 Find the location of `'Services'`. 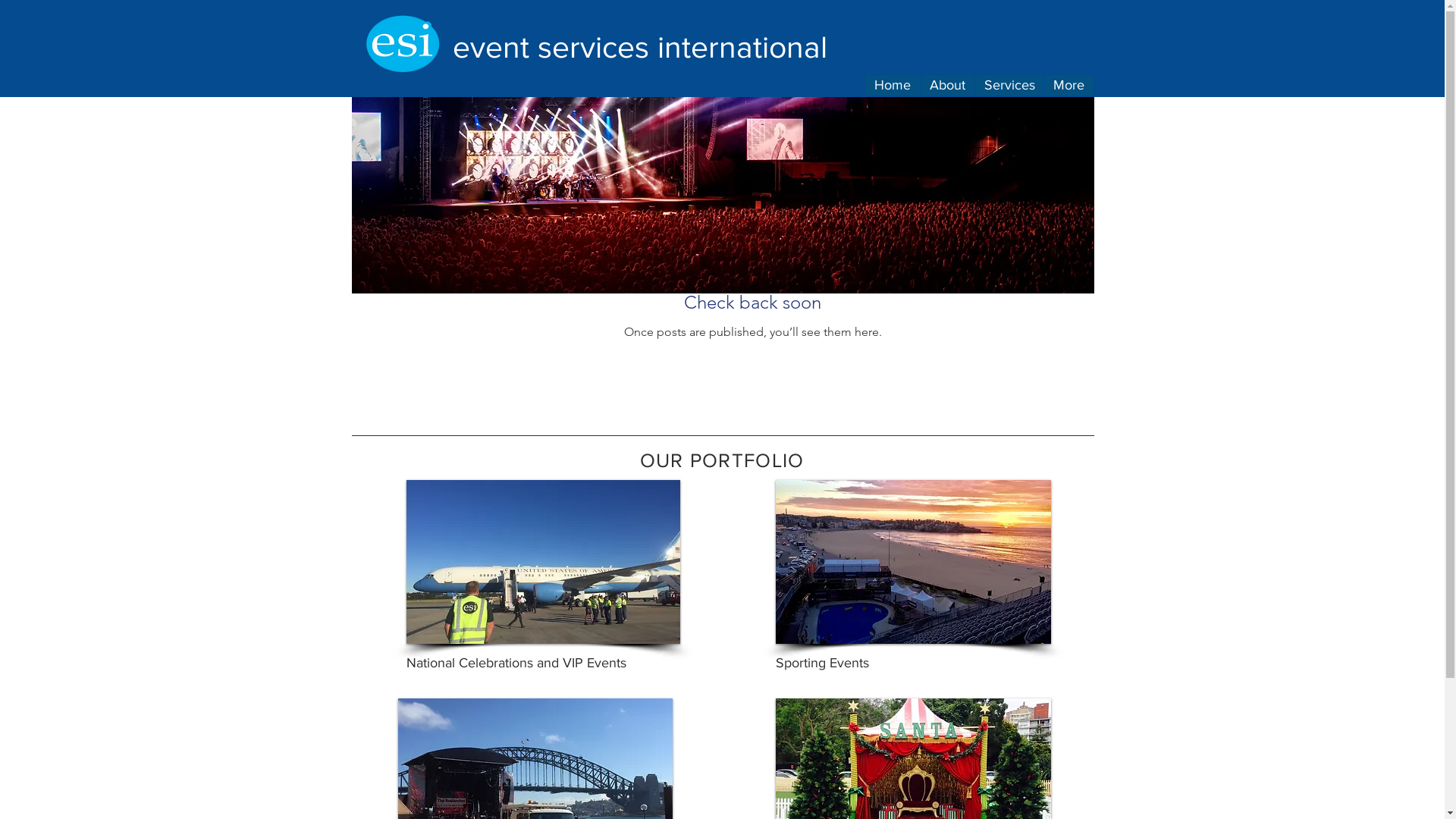

'Services' is located at coordinates (1009, 85).